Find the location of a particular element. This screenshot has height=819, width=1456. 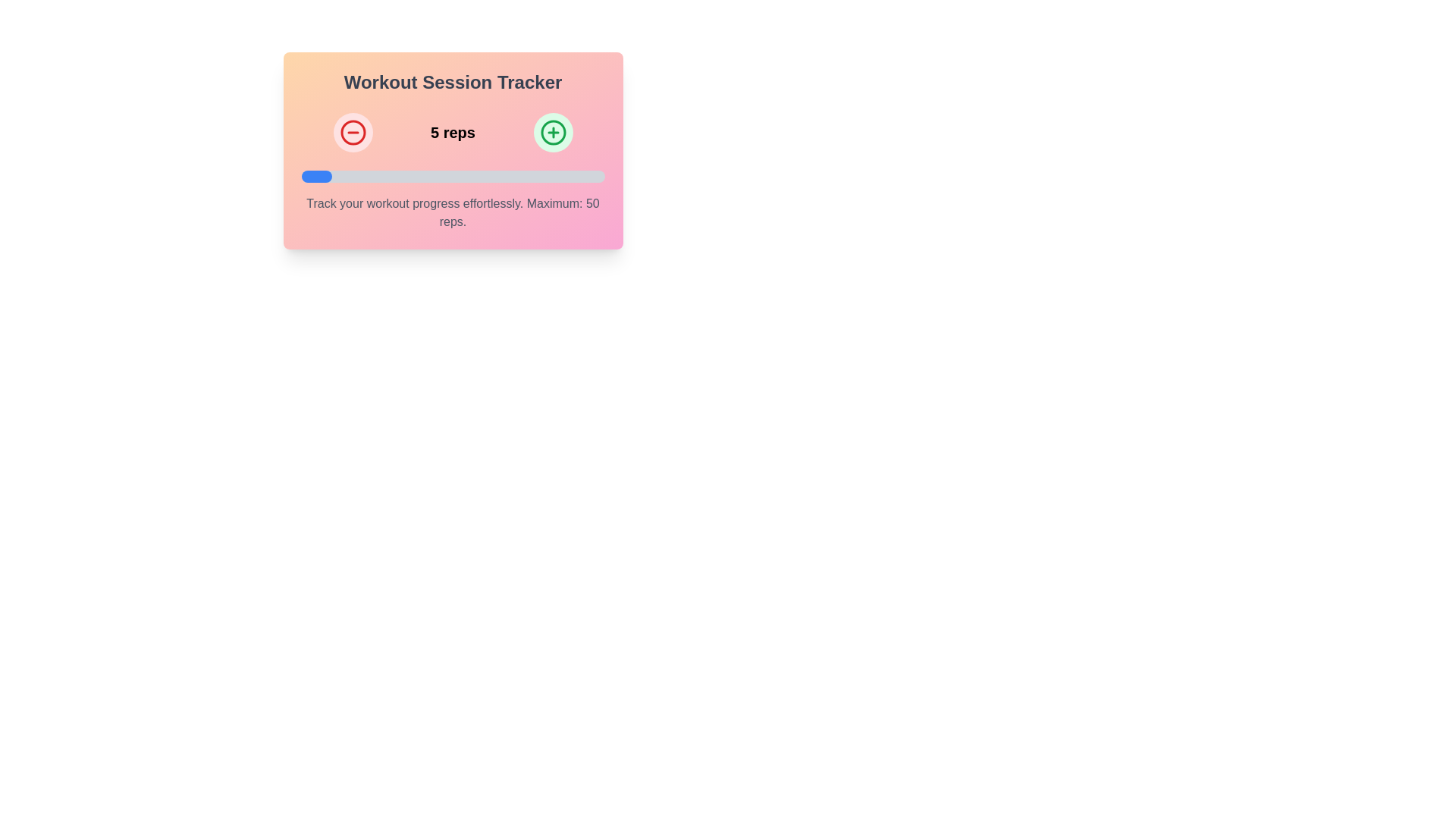

slider progress is located at coordinates (567, 175).